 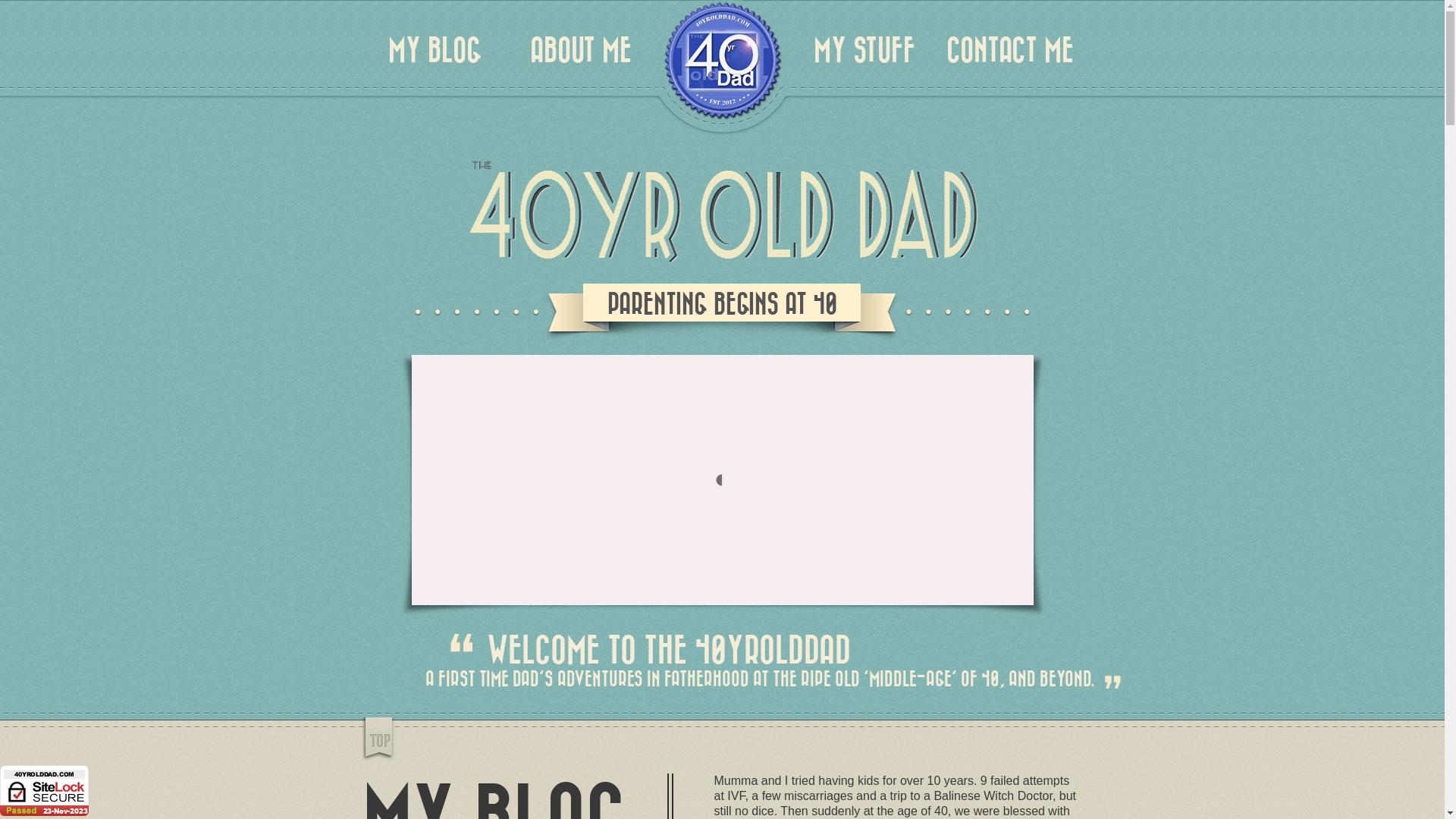 What do you see at coordinates (864, 50) in the screenshot?
I see `'MY STUFF'` at bounding box center [864, 50].